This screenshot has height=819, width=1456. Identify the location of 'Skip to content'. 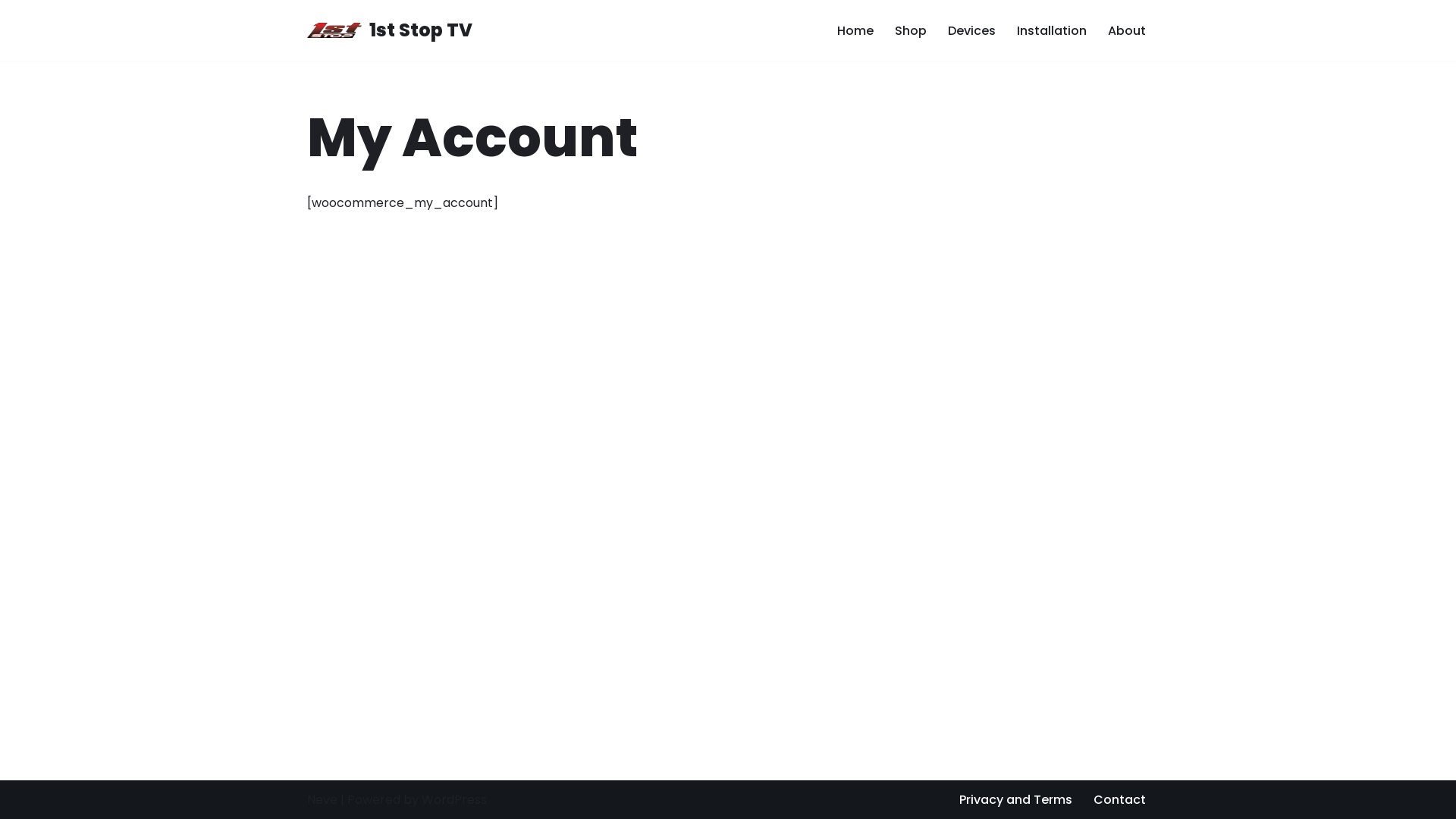
(11, 32).